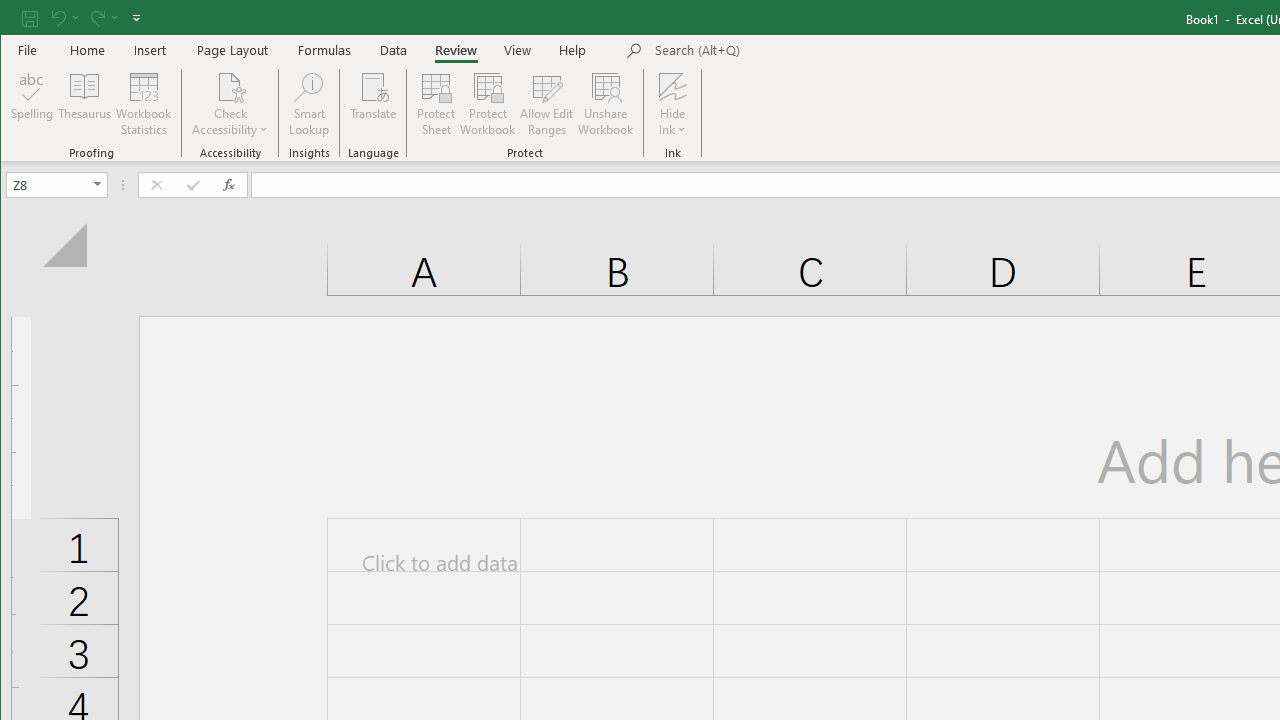 This screenshot has height=720, width=1280. Describe the element at coordinates (373, 104) in the screenshot. I see `'Translate'` at that location.